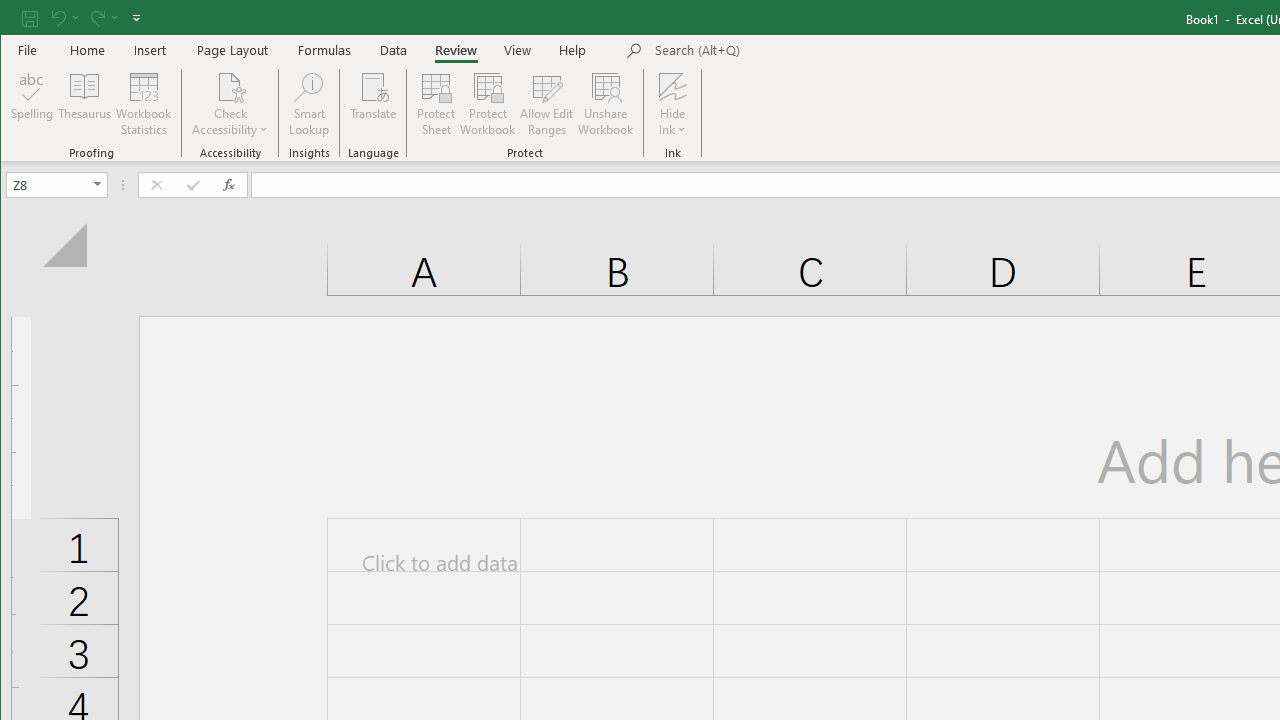 This screenshot has height=720, width=1280. Describe the element at coordinates (373, 104) in the screenshot. I see `'Translate'` at that location.